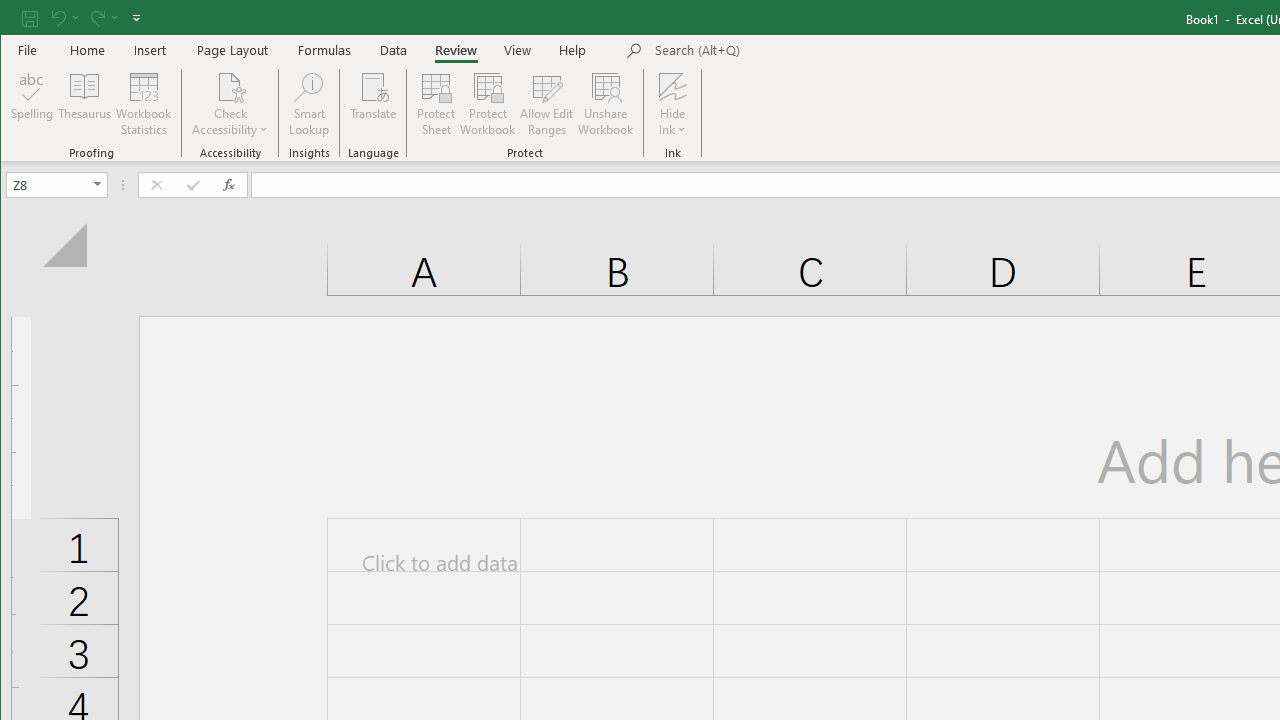 This screenshot has height=720, width=1280. Describe the element at coordinates (373, 104) in the screenshot. I see `'Translate'` at that location.